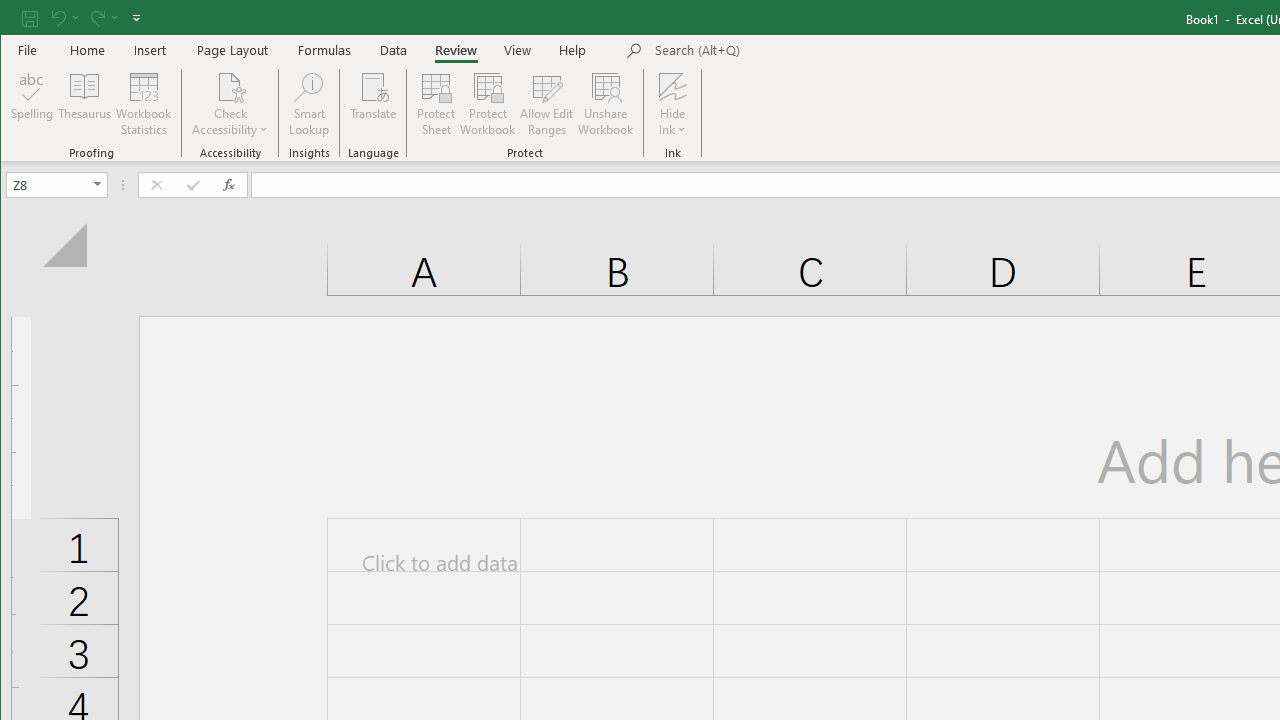 This screenshot has height=720, width=1280. Describe the element at coordinates (373, 104) in the screenshot. I see `'Translate'` at that location.